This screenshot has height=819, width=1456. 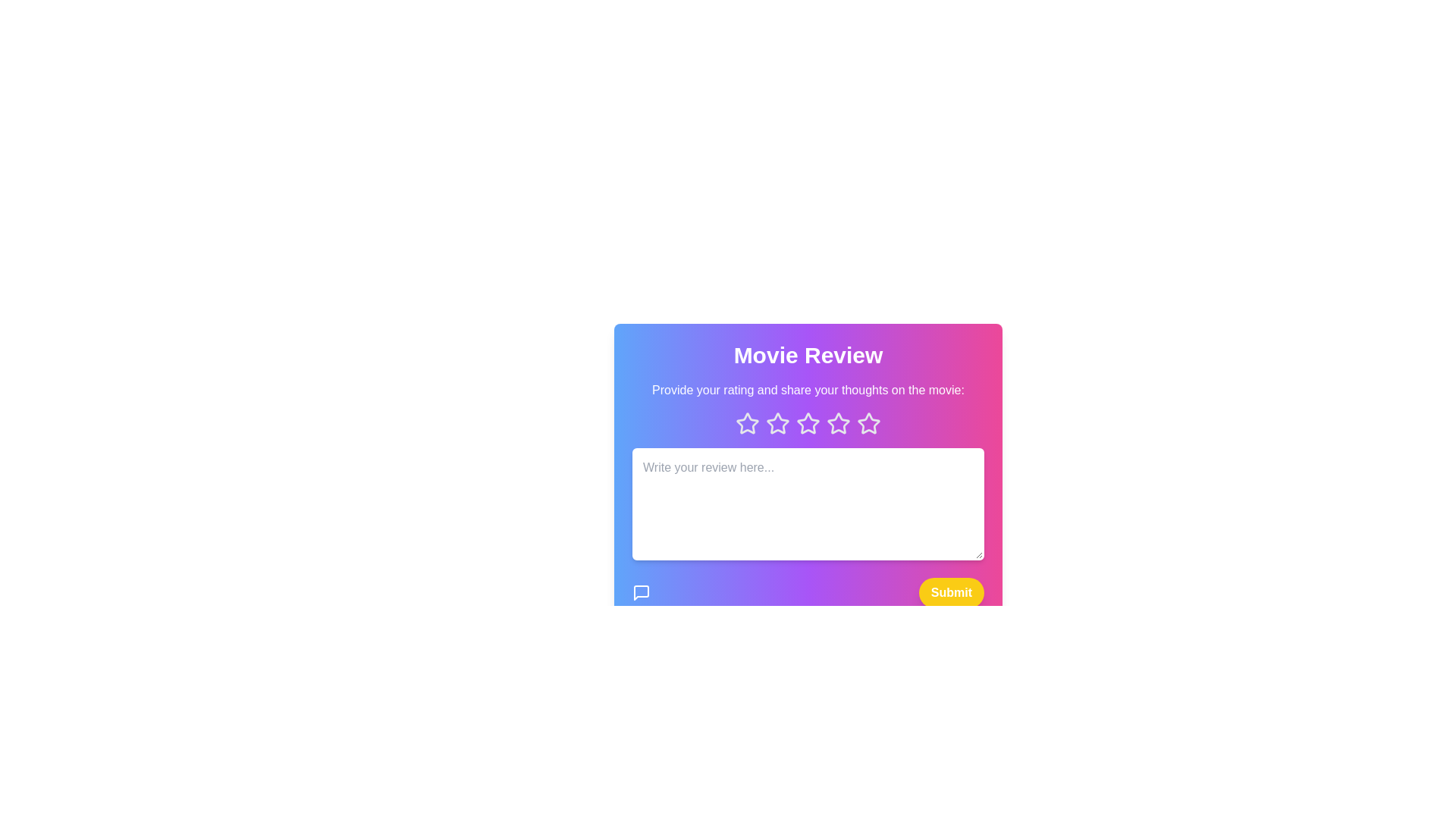 I want to click on the star icon corresponding to 5 to preview the rating, so click(x=869, y=424).